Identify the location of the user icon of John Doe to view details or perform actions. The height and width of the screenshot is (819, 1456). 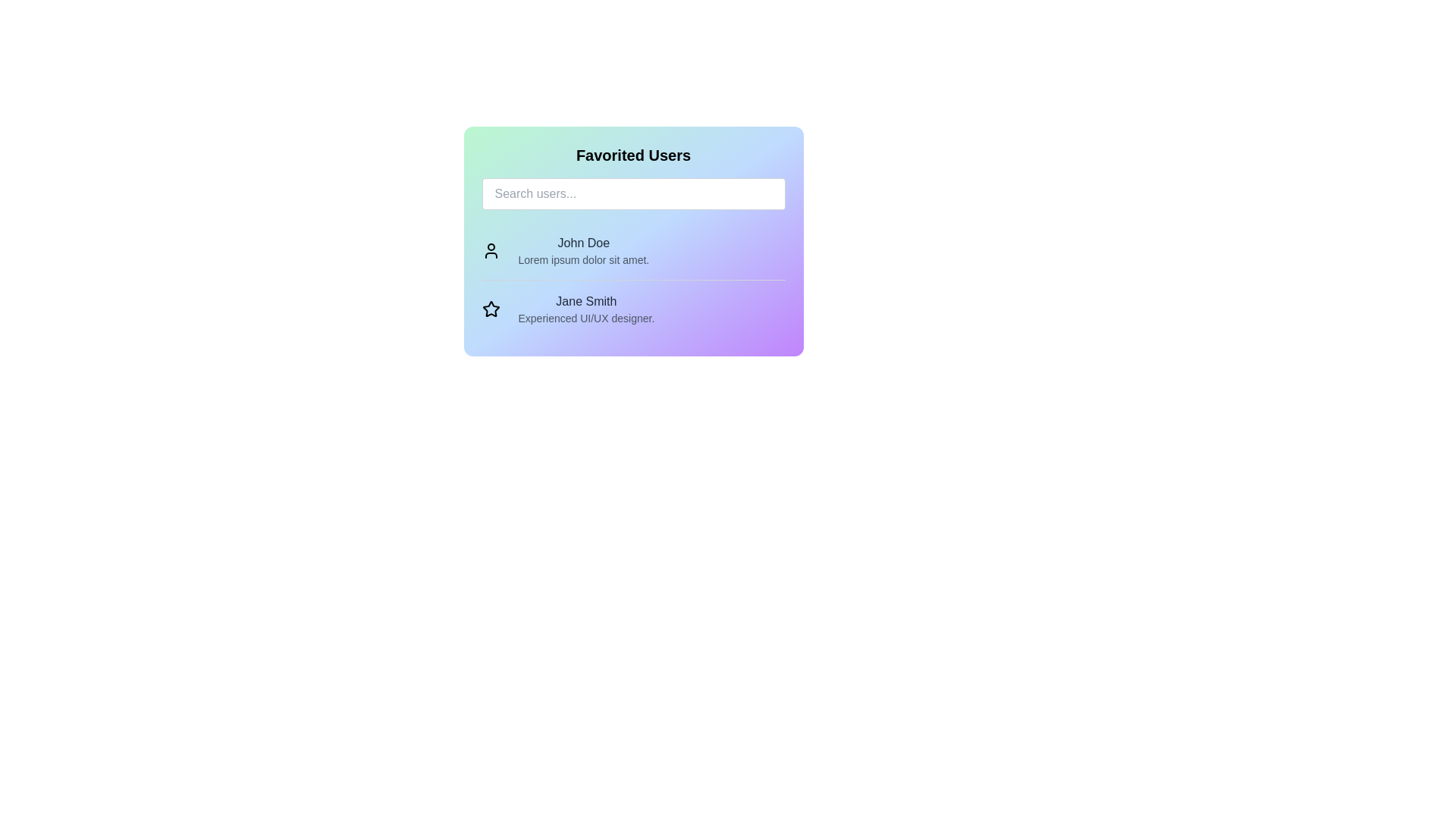
(491, 250).